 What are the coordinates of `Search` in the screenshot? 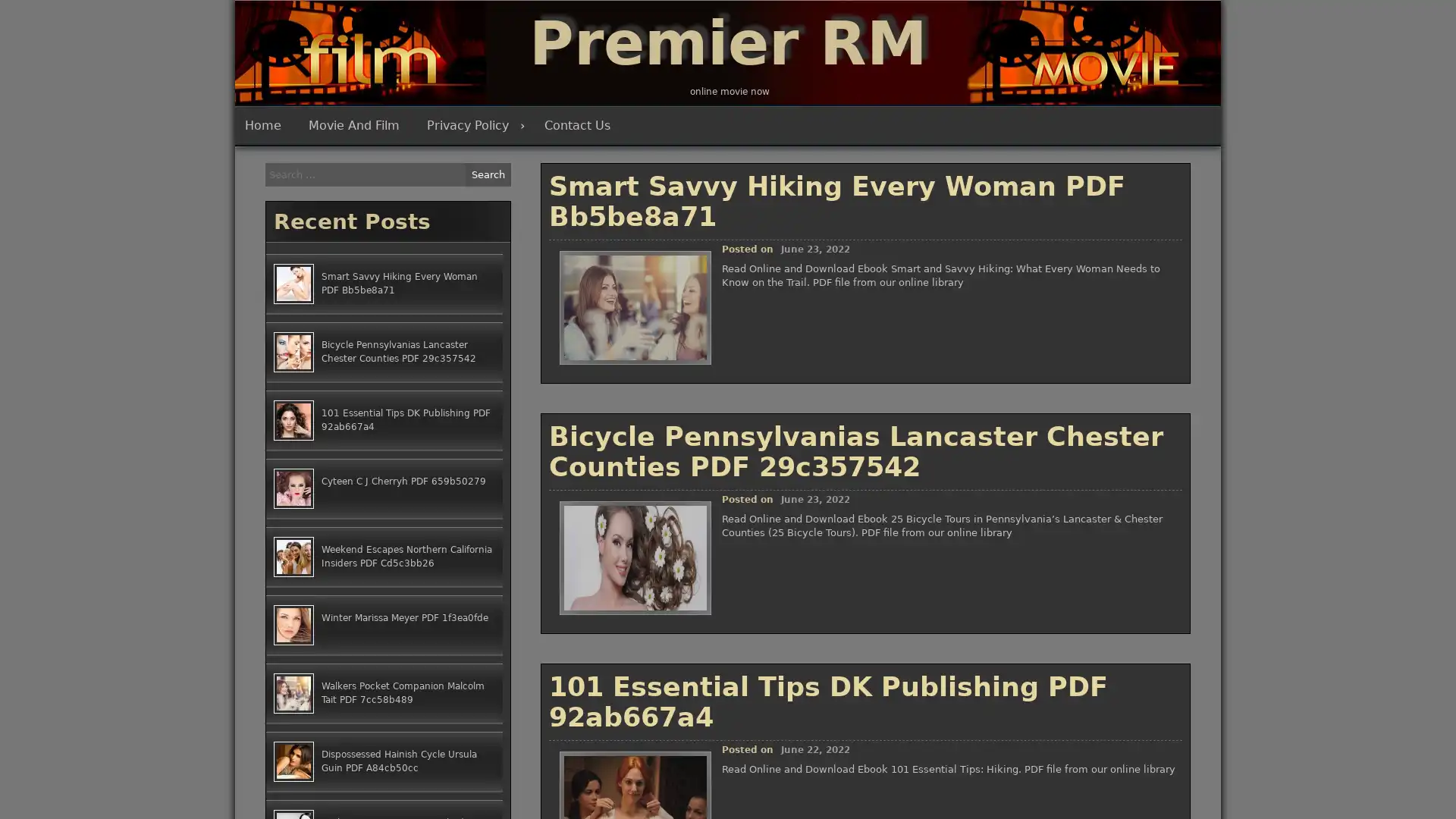 It's located at (488, 174).